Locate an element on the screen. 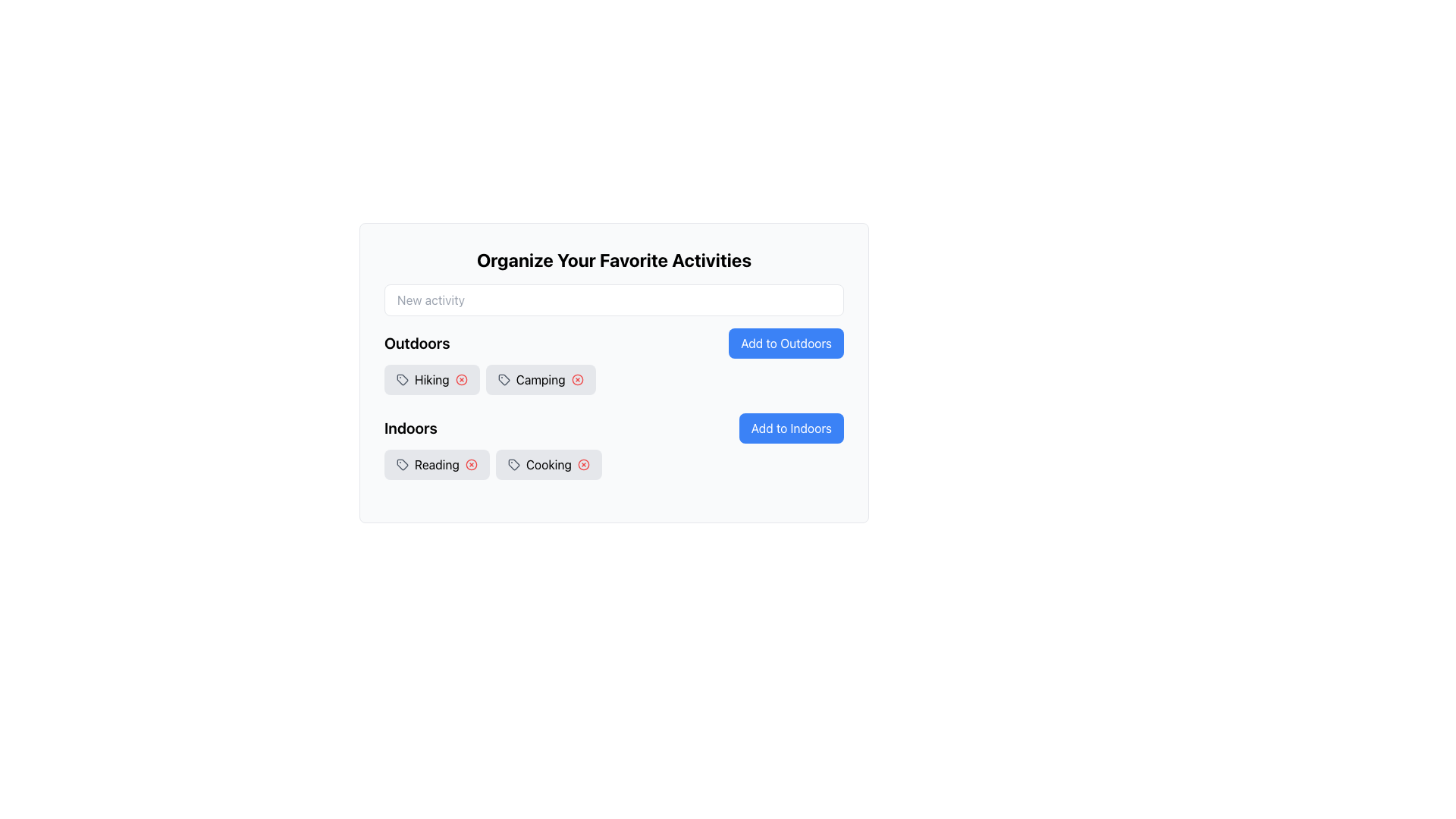  the SVG icon located in the 'Outdoors' section next to the label 'Hiking', which serves as a decorative representation for associated elements is located at coordinates (513, 464).